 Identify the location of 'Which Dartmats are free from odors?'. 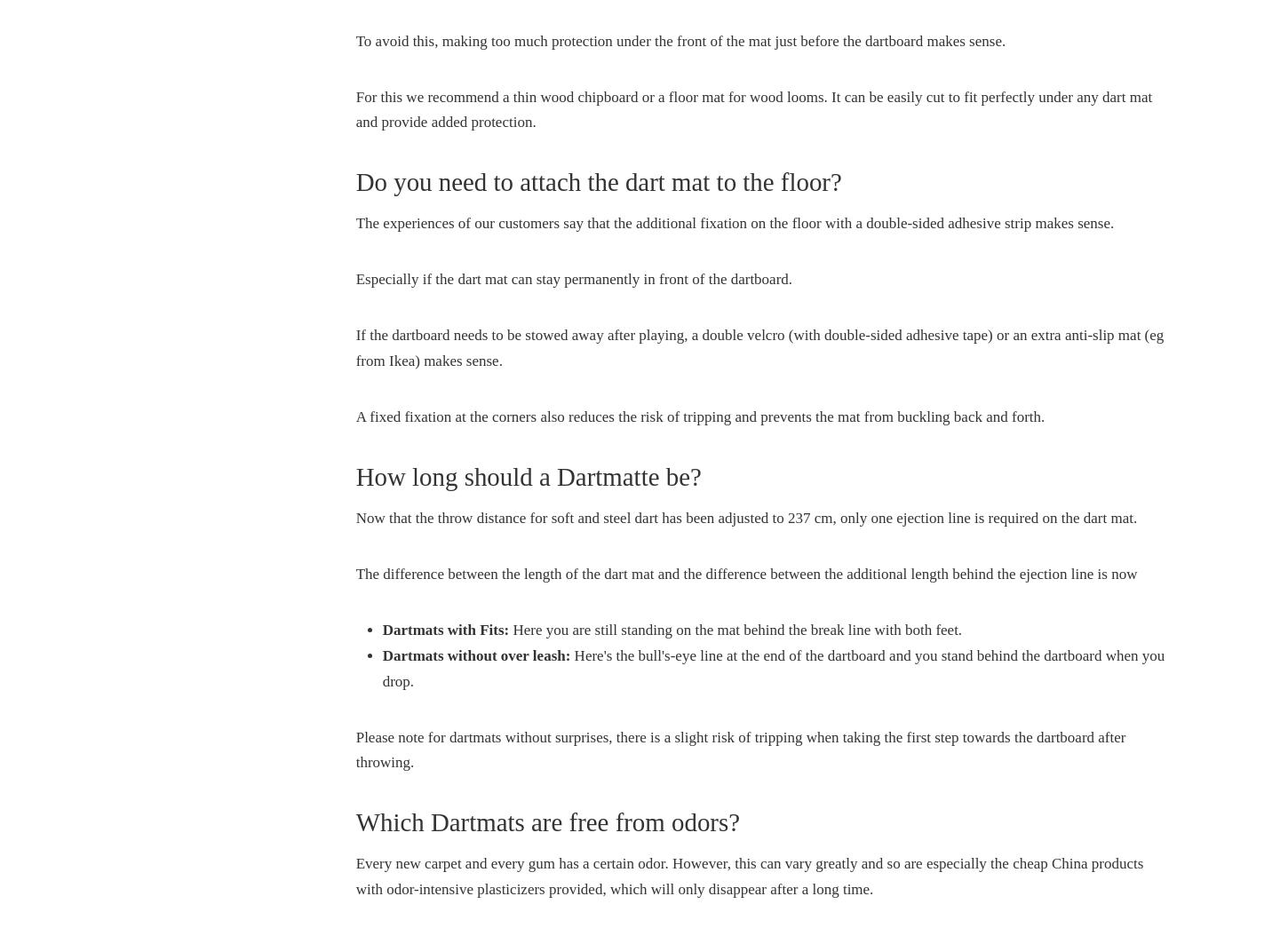
(546, 821).